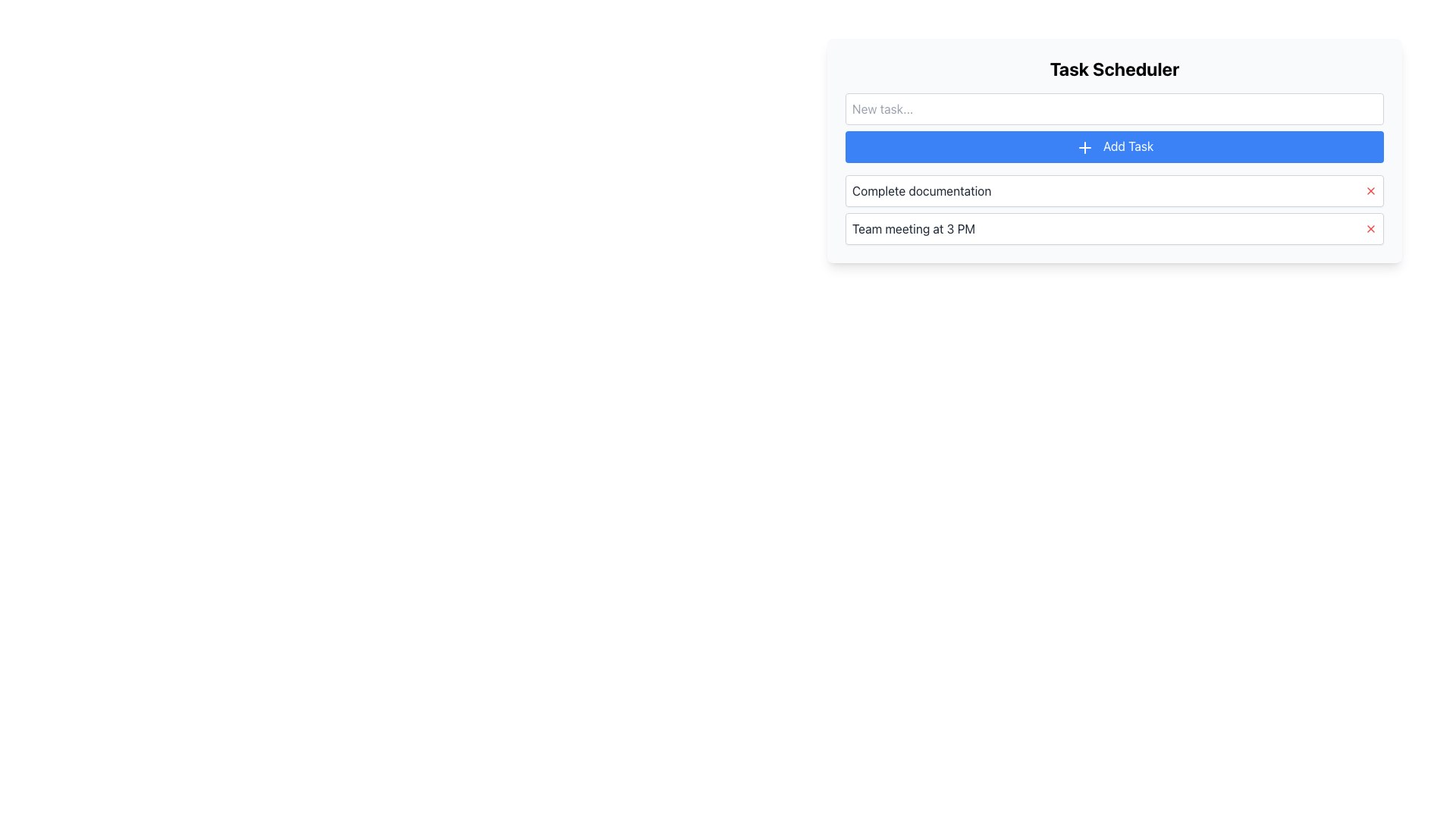 The width and height of the screenshot is (1456, 819). I want to click on the plus sign icon located within the blue rectangular 'Add Task' button beneath the input field in the task scheduler interface, so click(1084, 146).